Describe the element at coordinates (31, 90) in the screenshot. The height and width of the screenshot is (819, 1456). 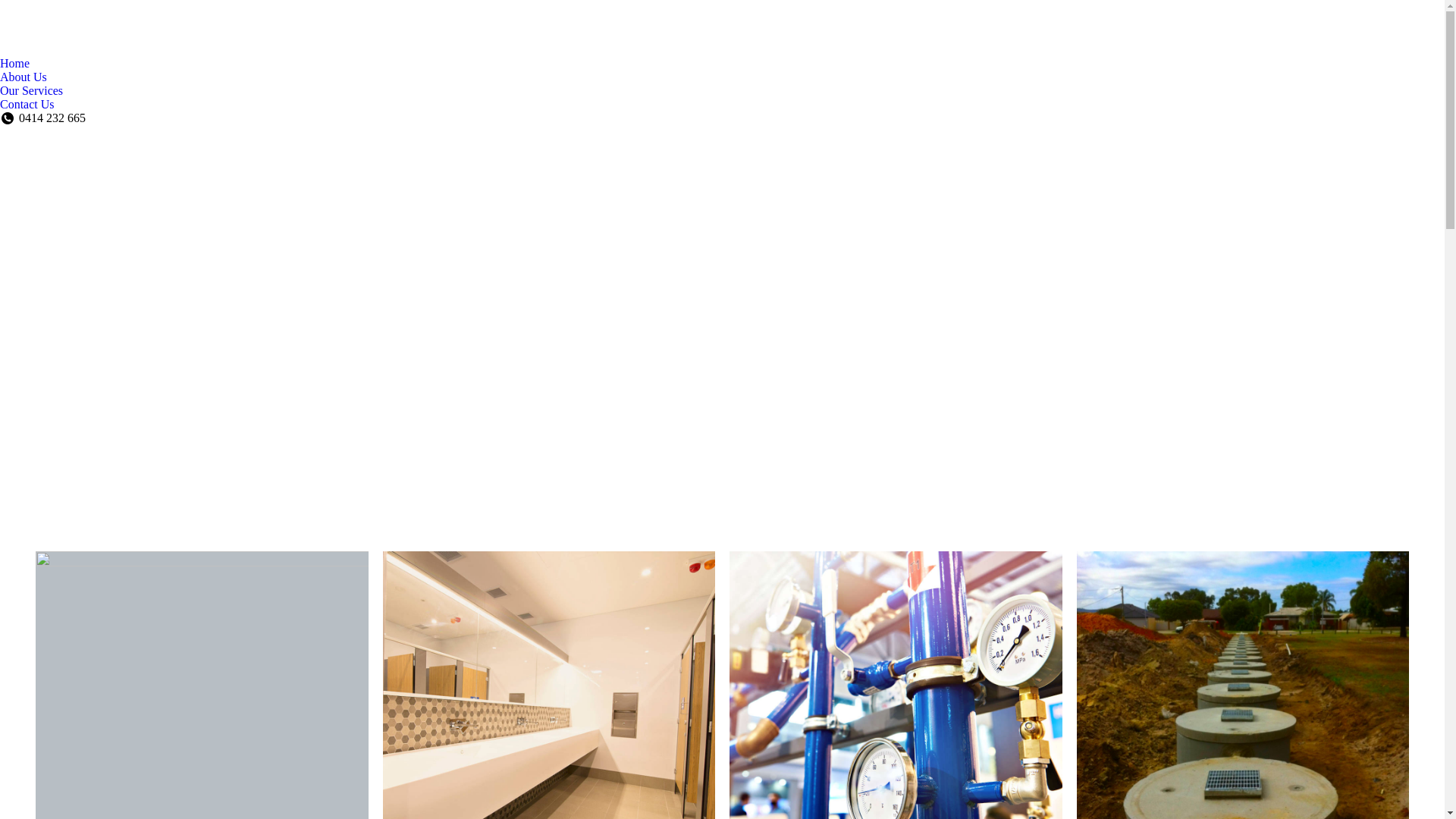
I see `'Our Services'` at that location.